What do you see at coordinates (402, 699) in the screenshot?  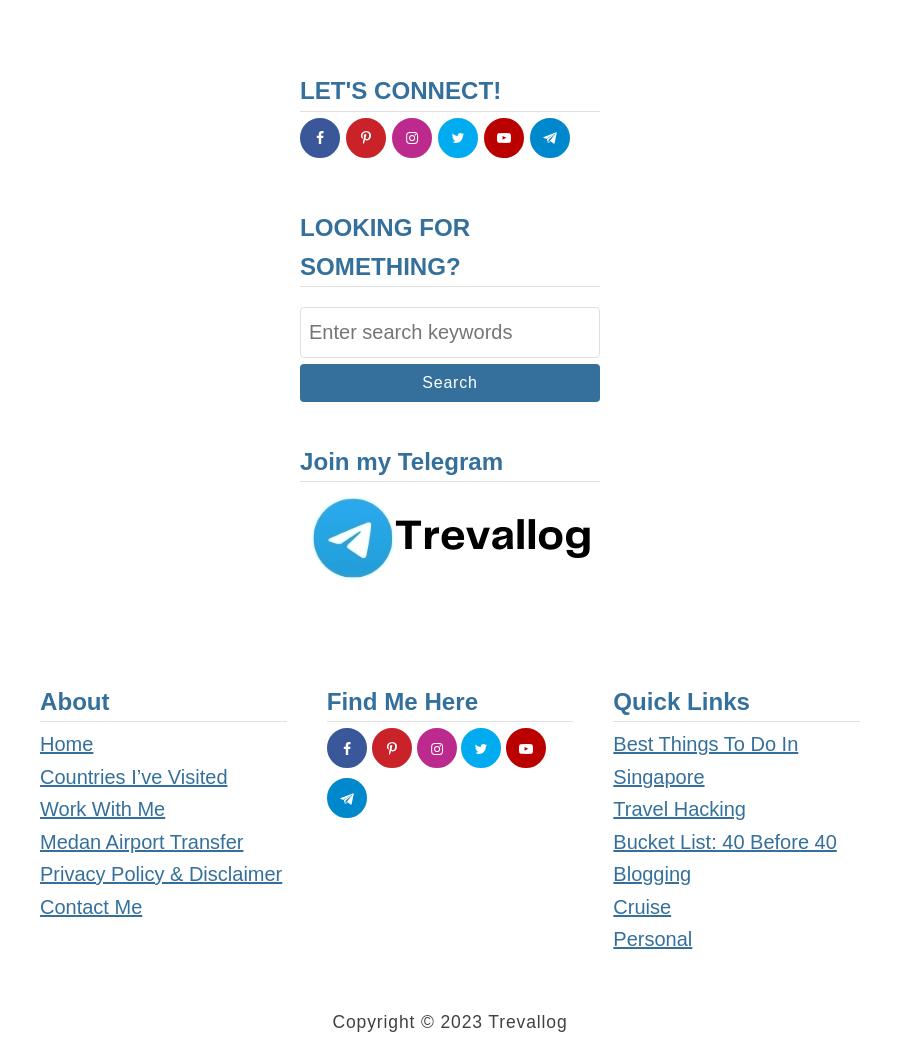 I see `'Find Me Here'` at bounding box center [402, 699].